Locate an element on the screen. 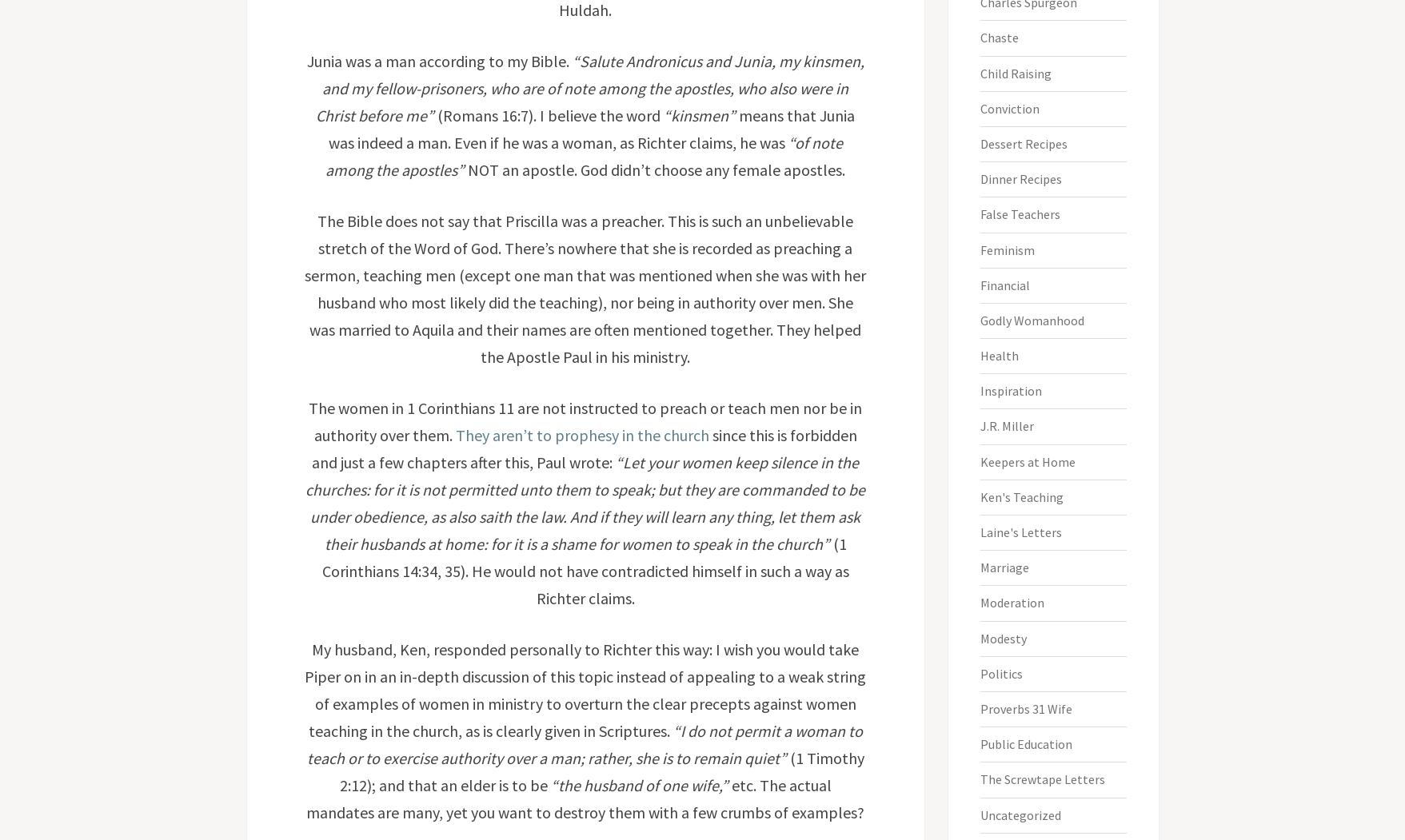 The height and width of the screenshot is (840, 1405). 'since this is forbidden and just a few chapters after this, Paul wrote:' is located at coordinates (583, 448).